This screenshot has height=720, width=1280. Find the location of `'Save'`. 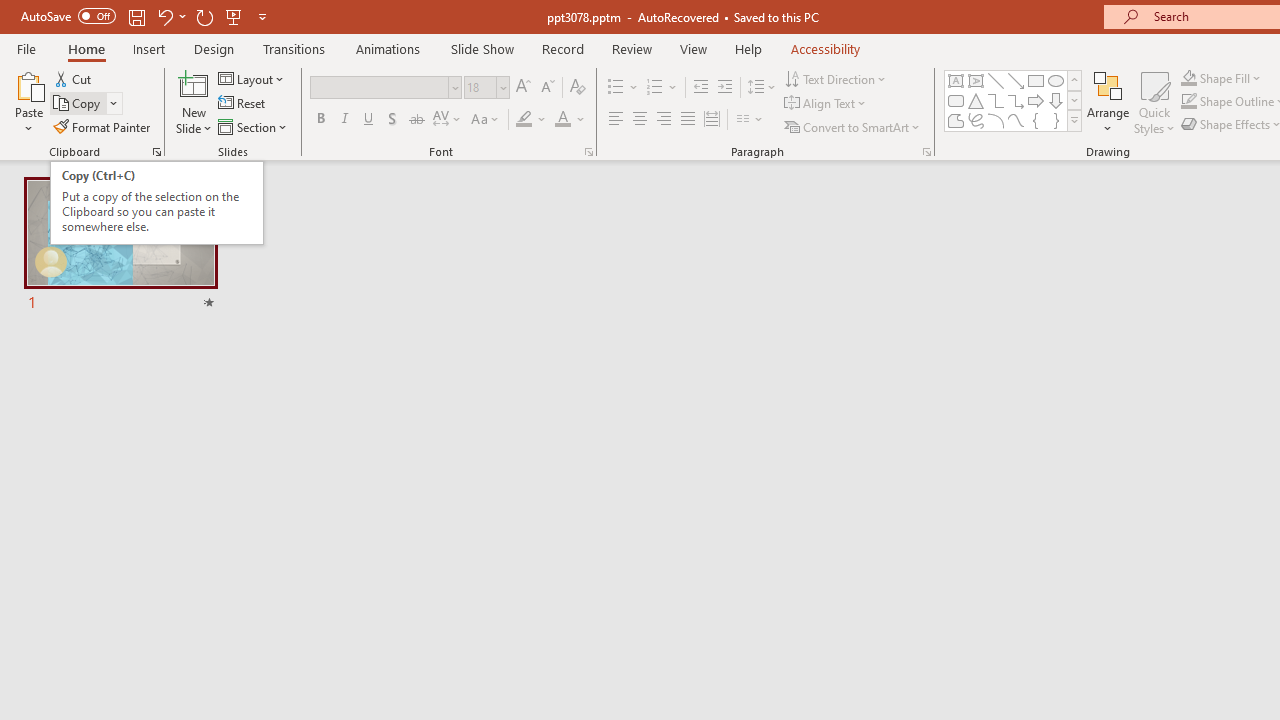

'Save' is located at coordinates (135, 16).